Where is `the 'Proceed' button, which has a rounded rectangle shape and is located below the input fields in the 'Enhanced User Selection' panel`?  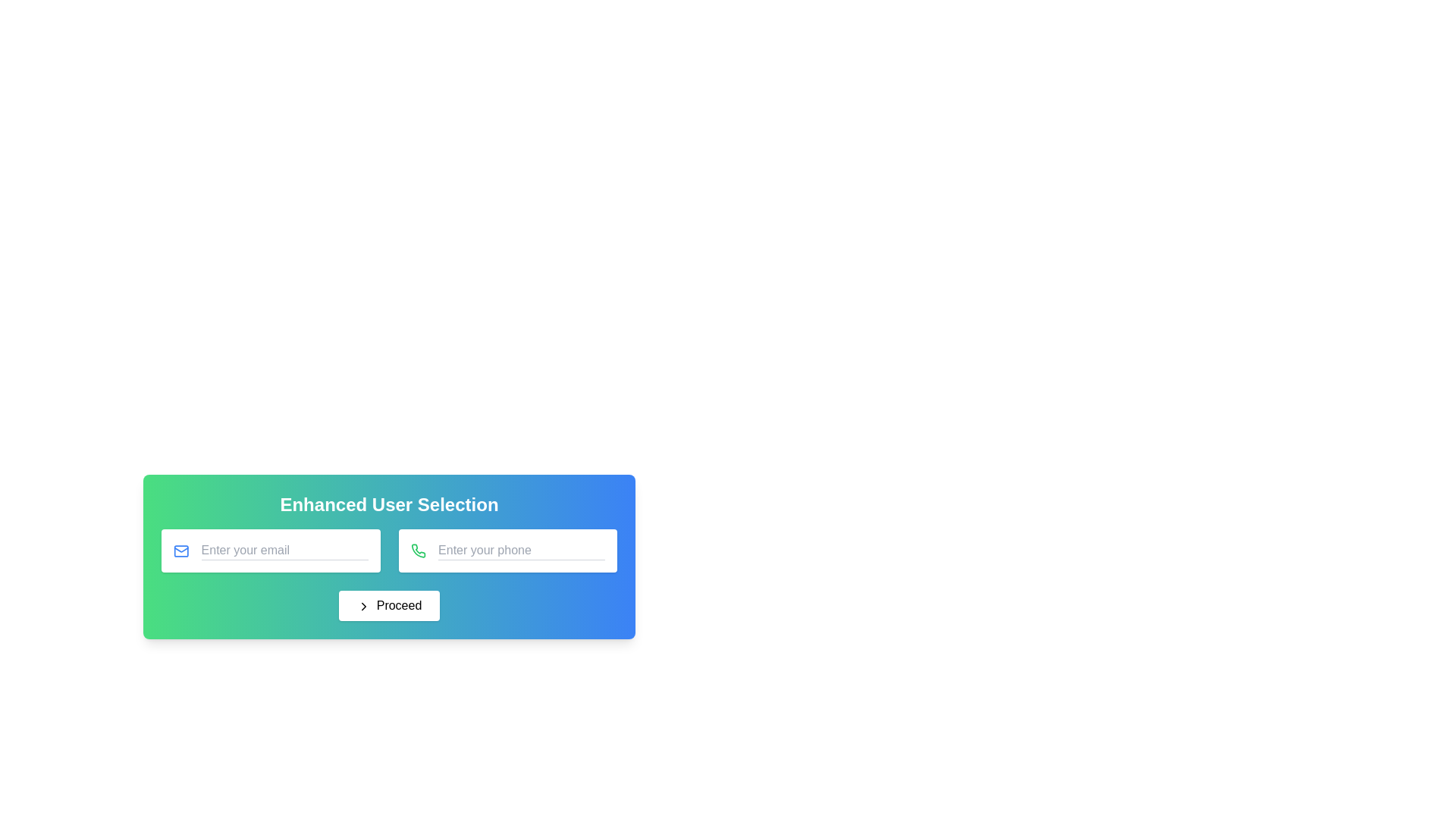 the 'Proceed' button, which has a rounded rectangle shape and is located below the input fields in the 'Enhanced User Selection' panel is located at coordinates (389, 604).